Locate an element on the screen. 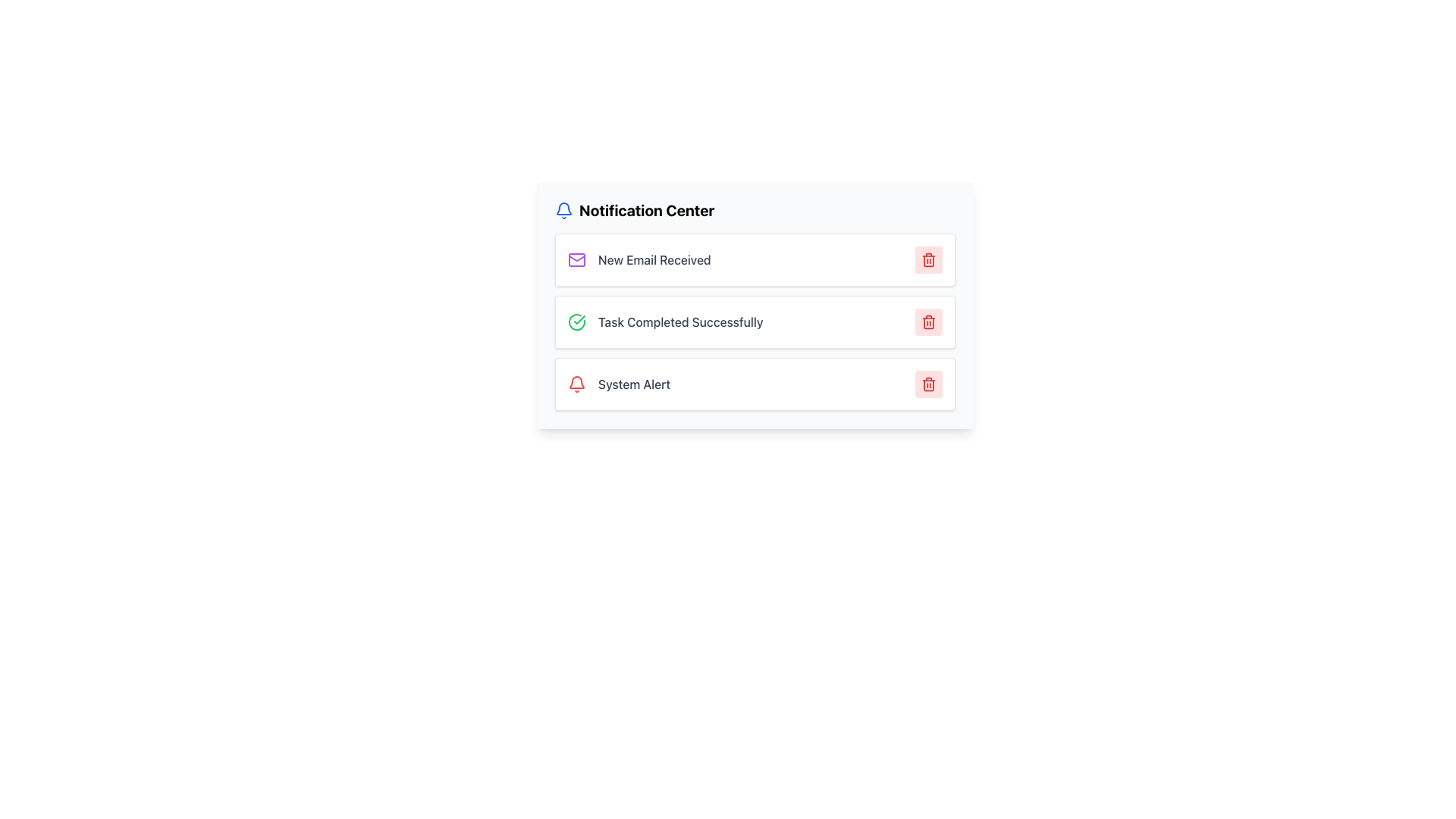  the small square red button with rounded edges and a trash can icon is located at coordinates (927, 259).